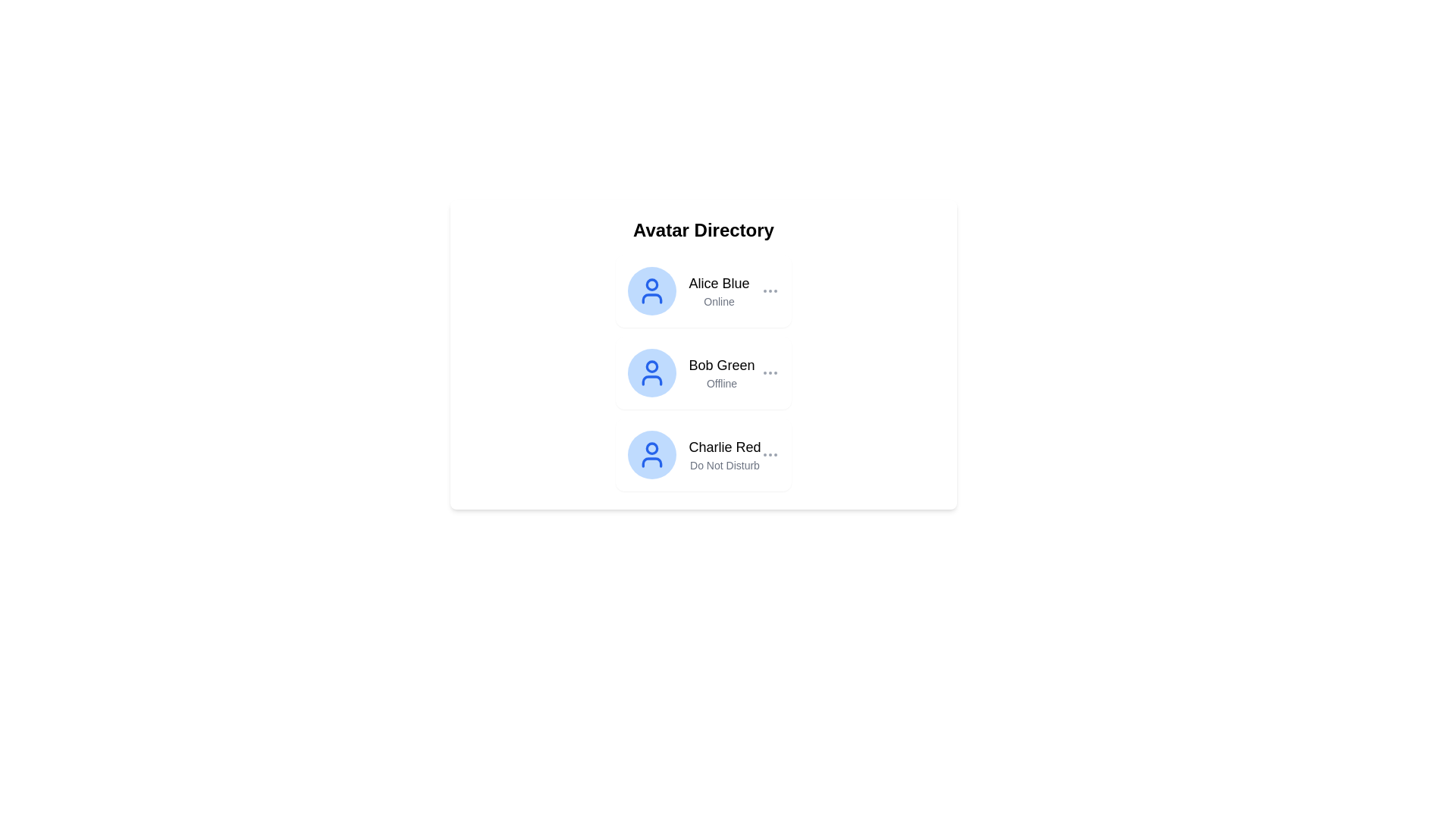  Describe the element at coordinates (702, 454) in the screenshot. I see `the third list item entry card for 'Charlie Red' in the Avatar Directory` at that location.